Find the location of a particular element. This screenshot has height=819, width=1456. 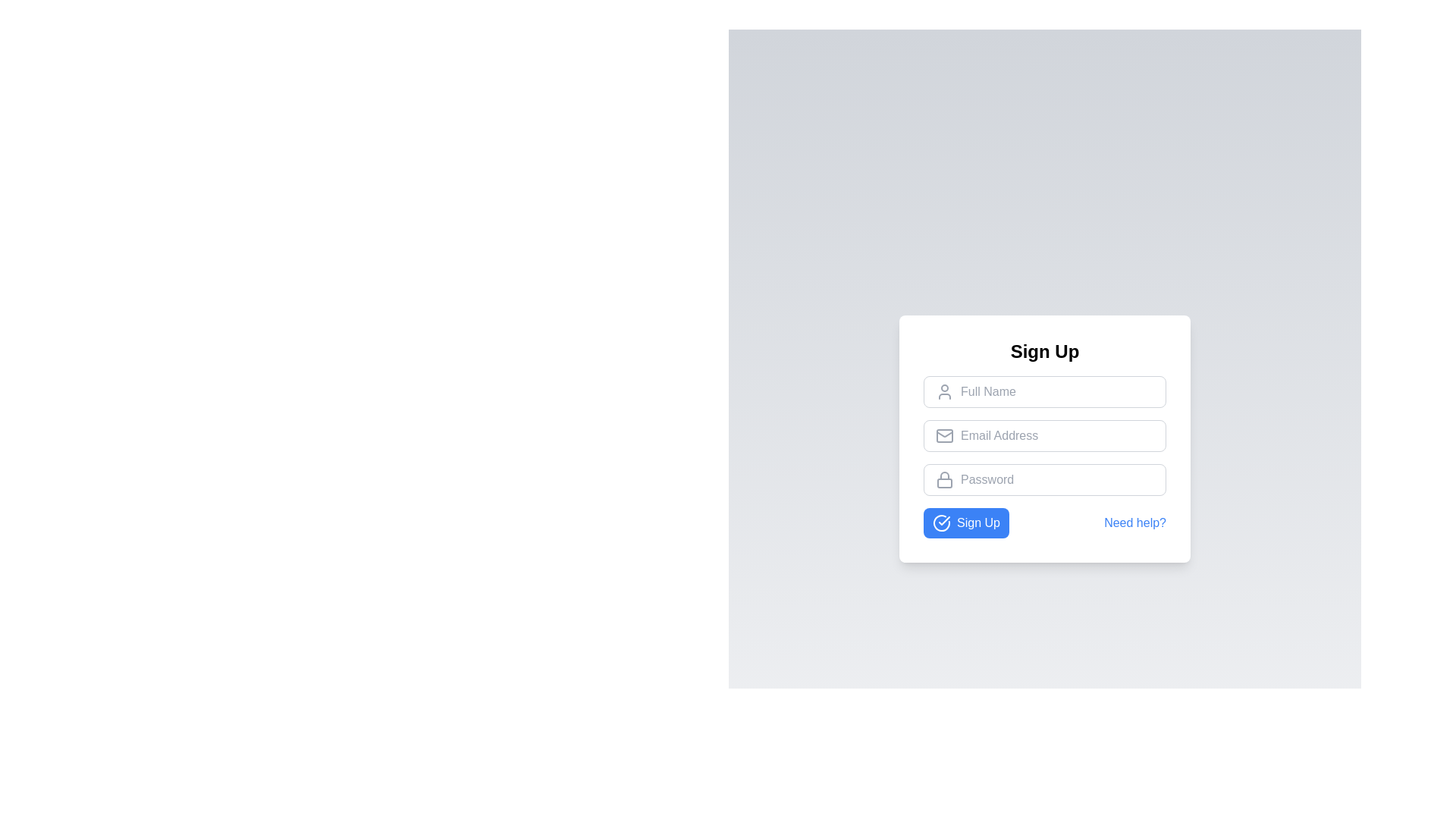

the circular icon with a checkmark inside, styled with a blue background and white outline, located to the left of the 'Sign Up' text within the 'Sign Up' button is located at coordinates (941, 522).